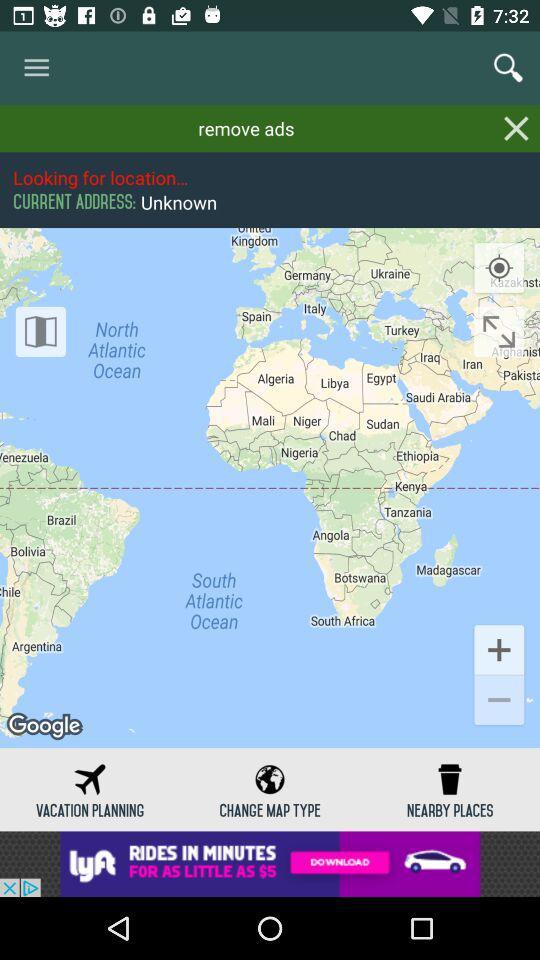 The width and height of the screenshot is (540, 960). Describe the element at coordinates (498, 267) in the screenshot. I see `the location_crosshair icon` at that location.